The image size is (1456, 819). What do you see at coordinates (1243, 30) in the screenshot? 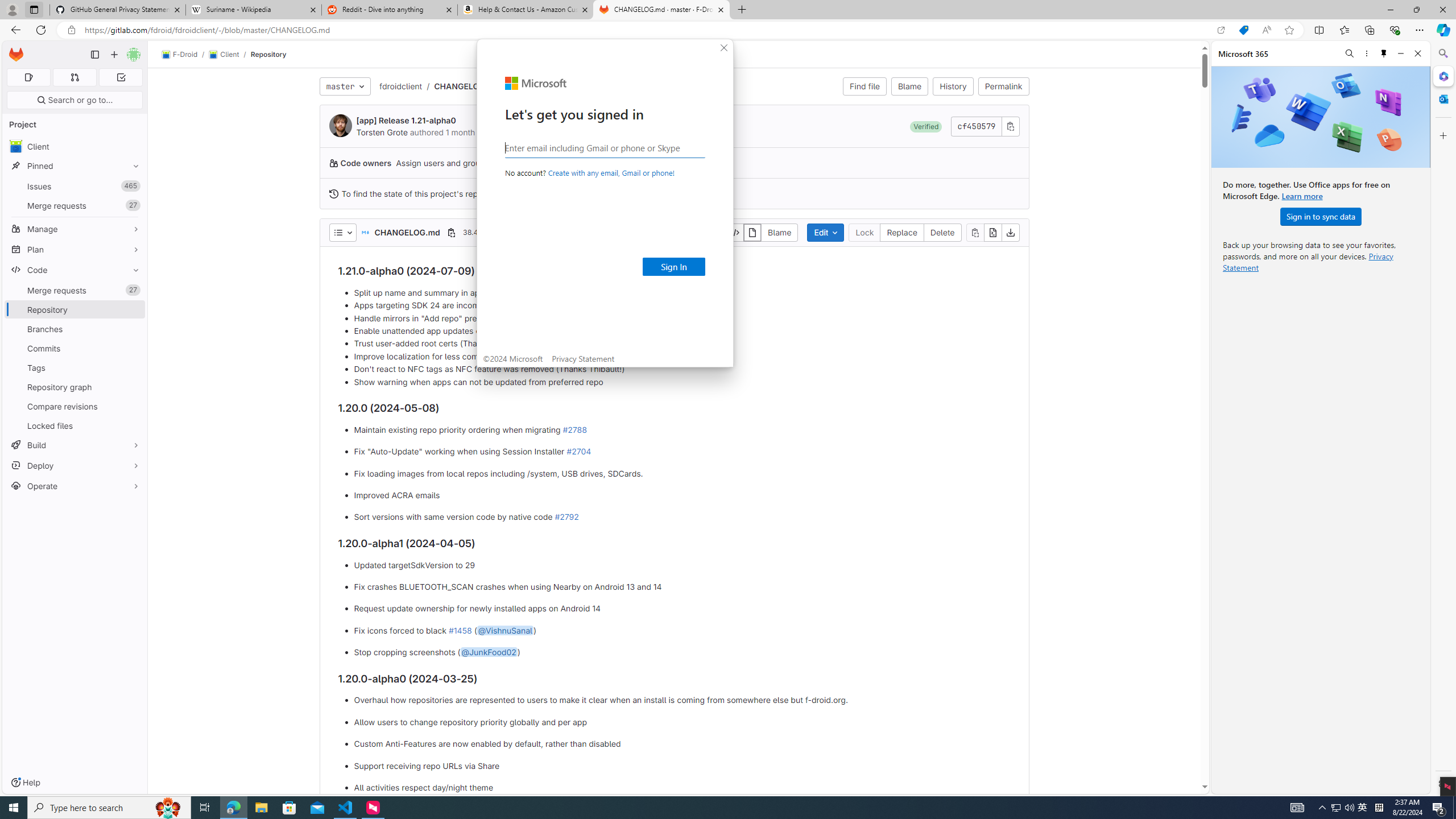
I see `'Shopping in Microsoft Edge'` at bounding box center [1243, 30].